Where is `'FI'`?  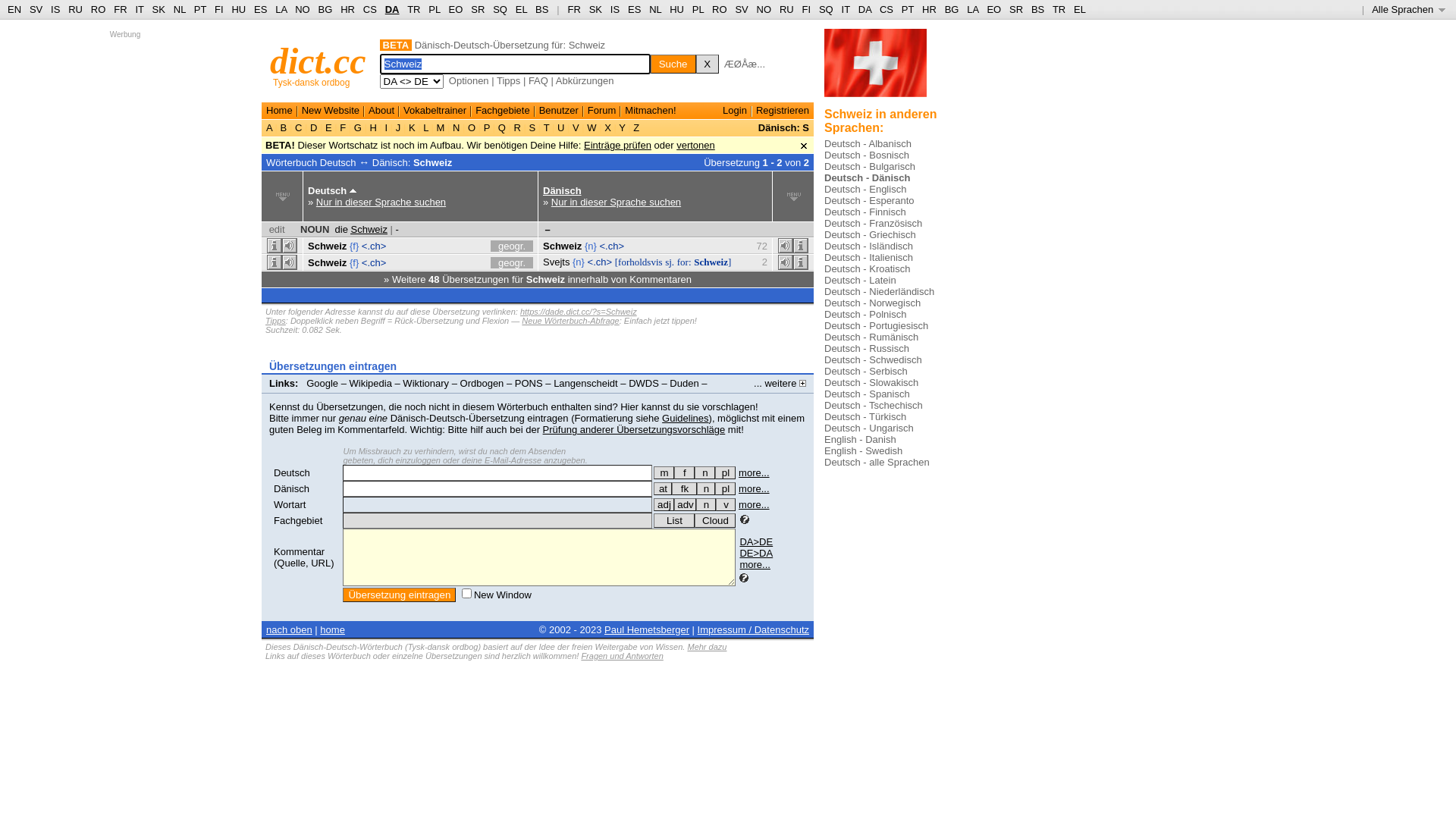 'FI' is located at coordinates (806, 9).